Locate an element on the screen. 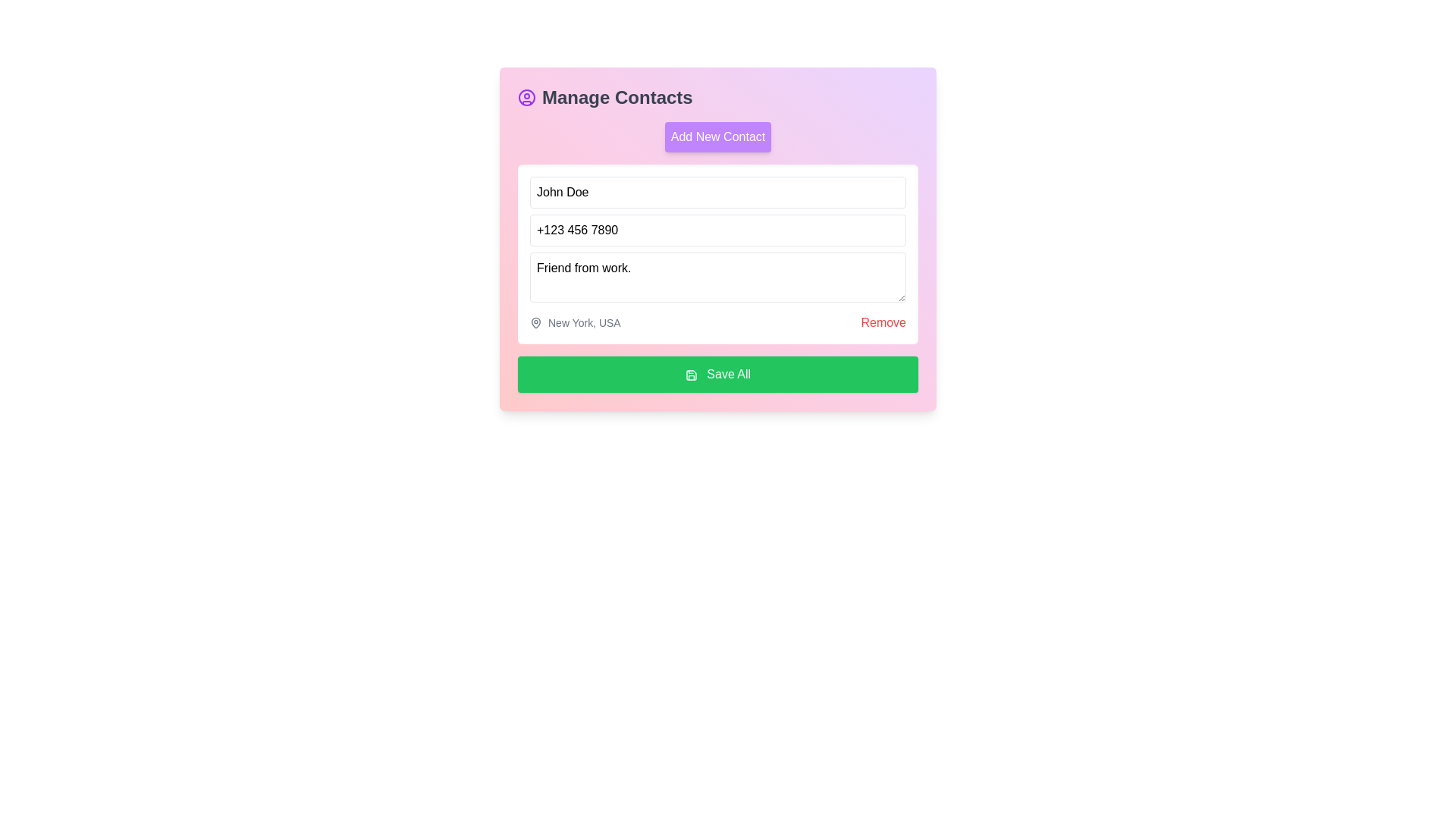 This screenshot has height=819, width=1456. the decorative circular outline element of the user-associated icon located to the left of the 'Manage Contacts' title is located at coordinates (527, 97).